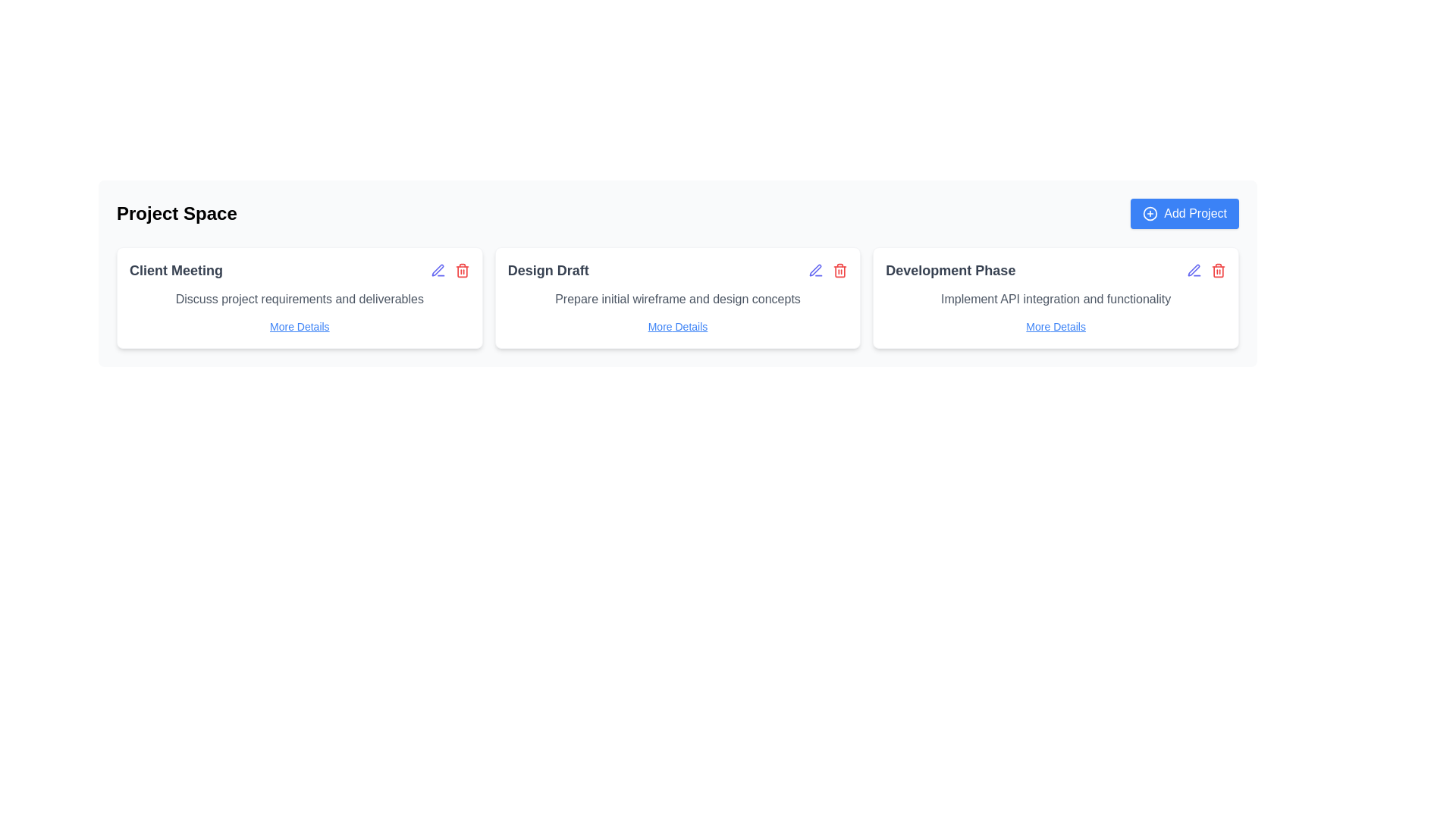 Image resolution: width=1456 pixels, height=819 pixels. I want to click on the blue underlined text hyperlink reading 'More Details' located at the bottom section of the 'Client Meeting' card, under the text 'Discuss project requirements and deliverables.', so click(300, 326).